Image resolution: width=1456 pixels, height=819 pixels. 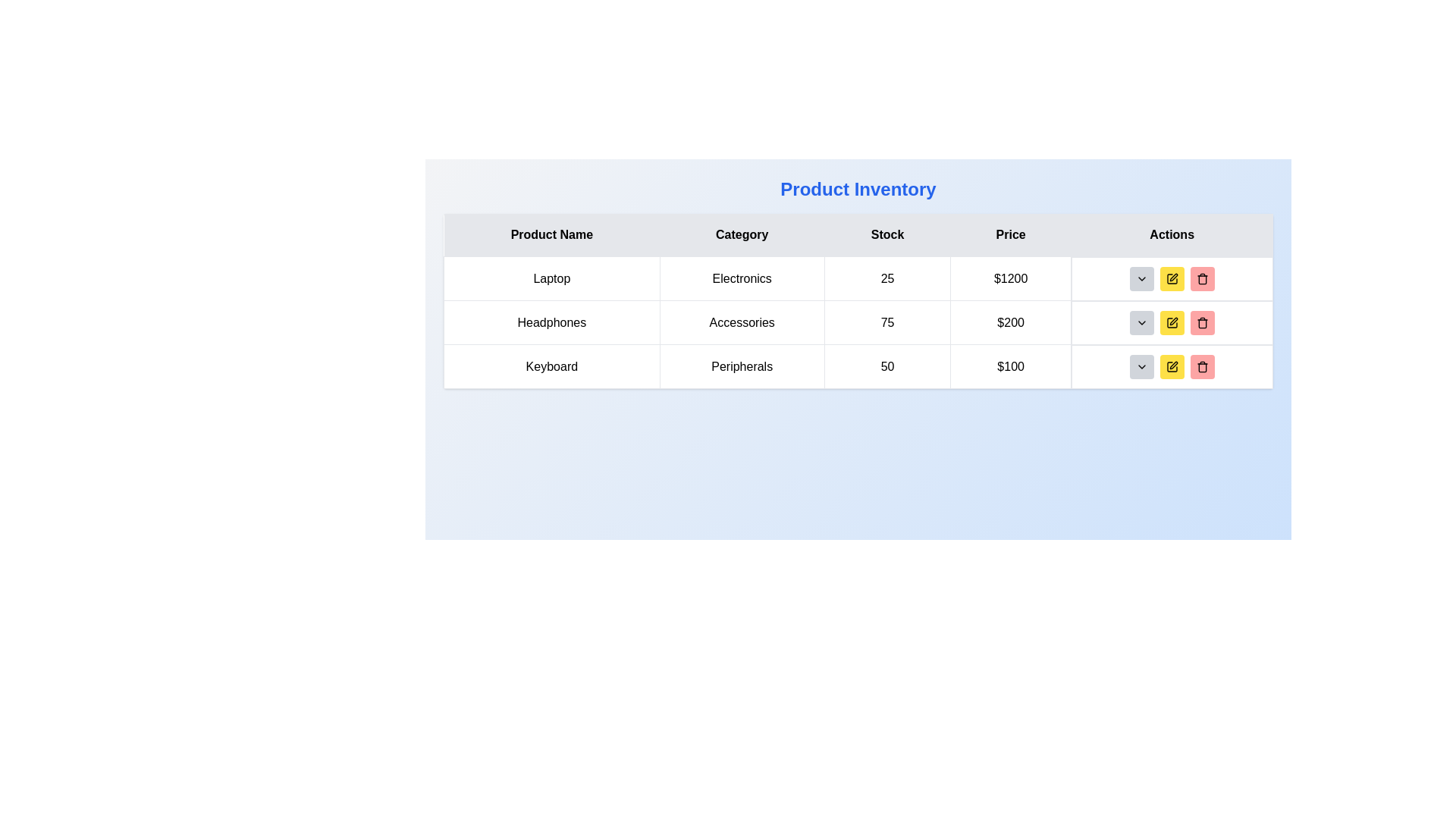 I want to click on the delete action button located in the 'Actions' column of the second row of the data table to observe the hover effects, so click(x=1201, y=322).